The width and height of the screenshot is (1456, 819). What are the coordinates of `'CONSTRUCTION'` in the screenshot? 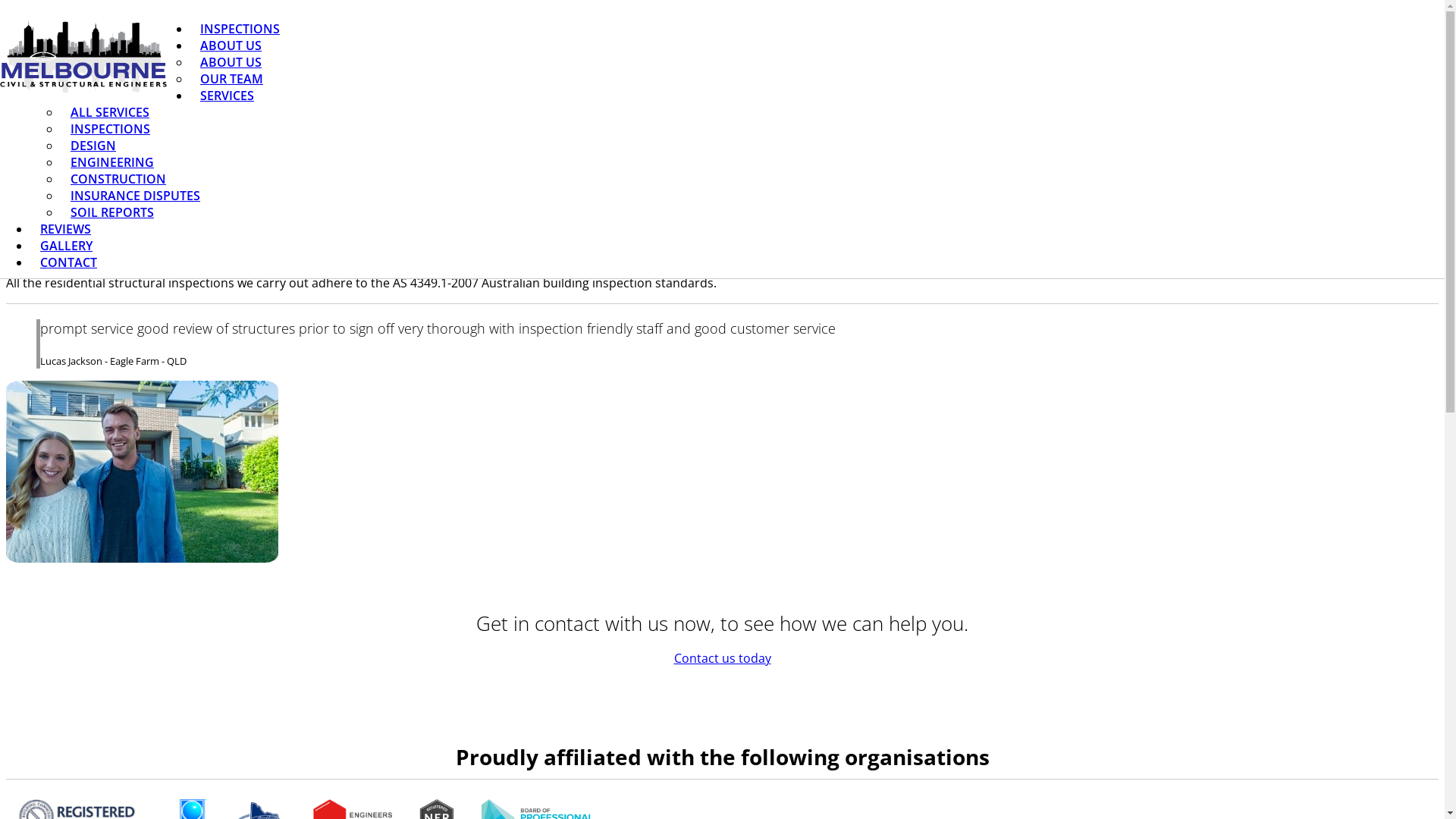 It's located at (118, 177).